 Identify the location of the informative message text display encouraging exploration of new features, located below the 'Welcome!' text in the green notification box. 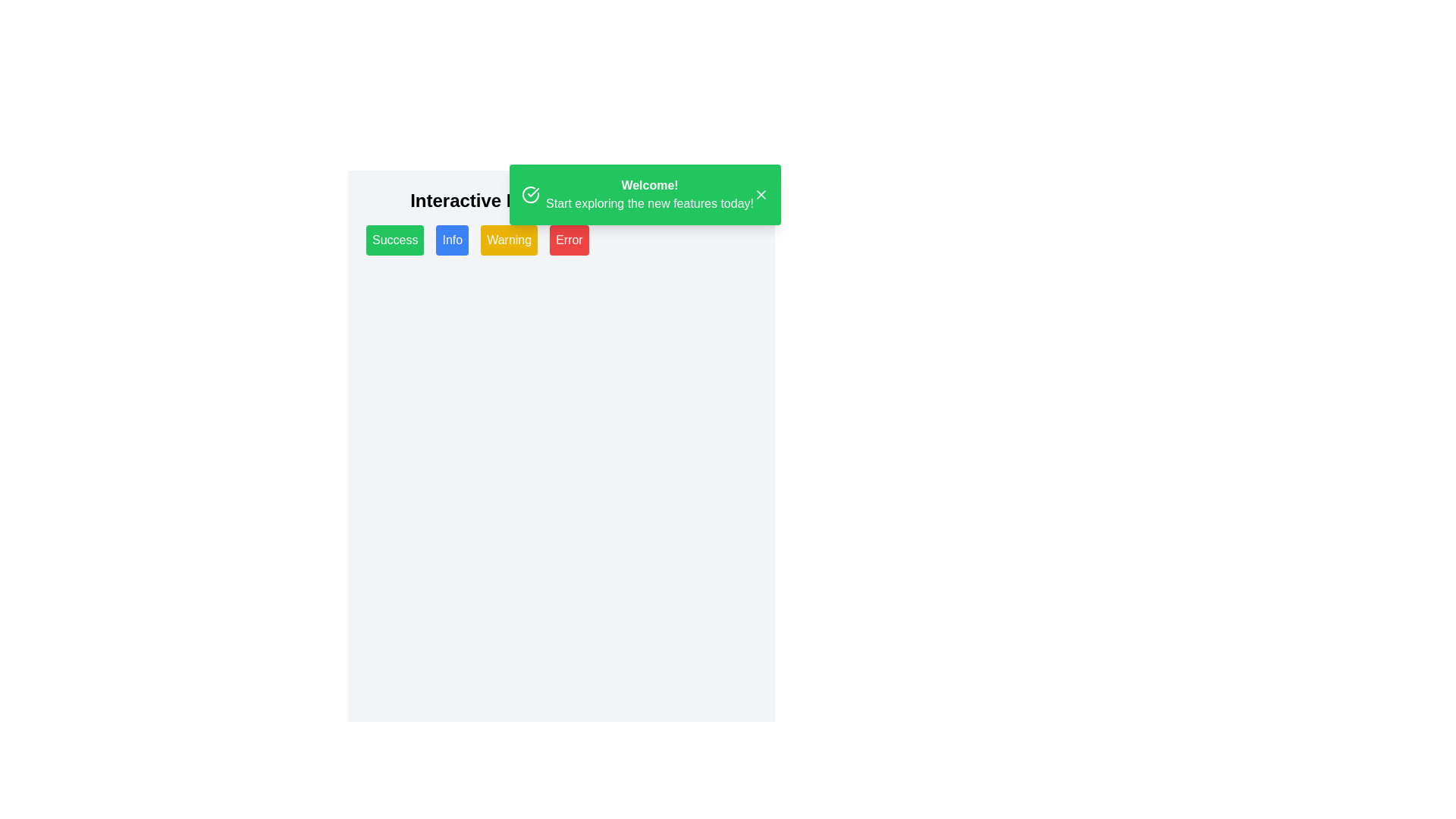
(650, 203).